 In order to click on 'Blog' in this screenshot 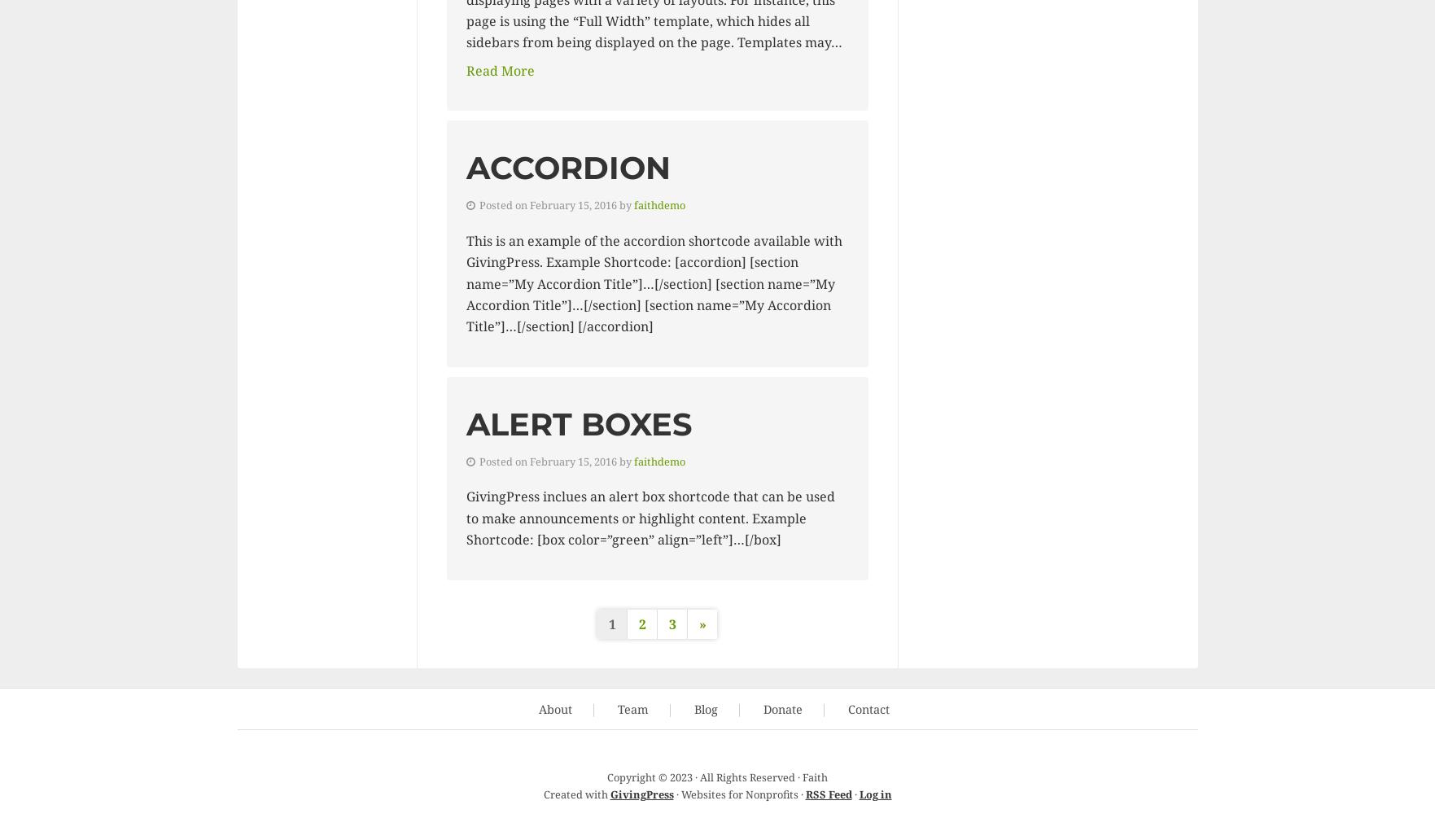, I will do `click(706, 708)`.